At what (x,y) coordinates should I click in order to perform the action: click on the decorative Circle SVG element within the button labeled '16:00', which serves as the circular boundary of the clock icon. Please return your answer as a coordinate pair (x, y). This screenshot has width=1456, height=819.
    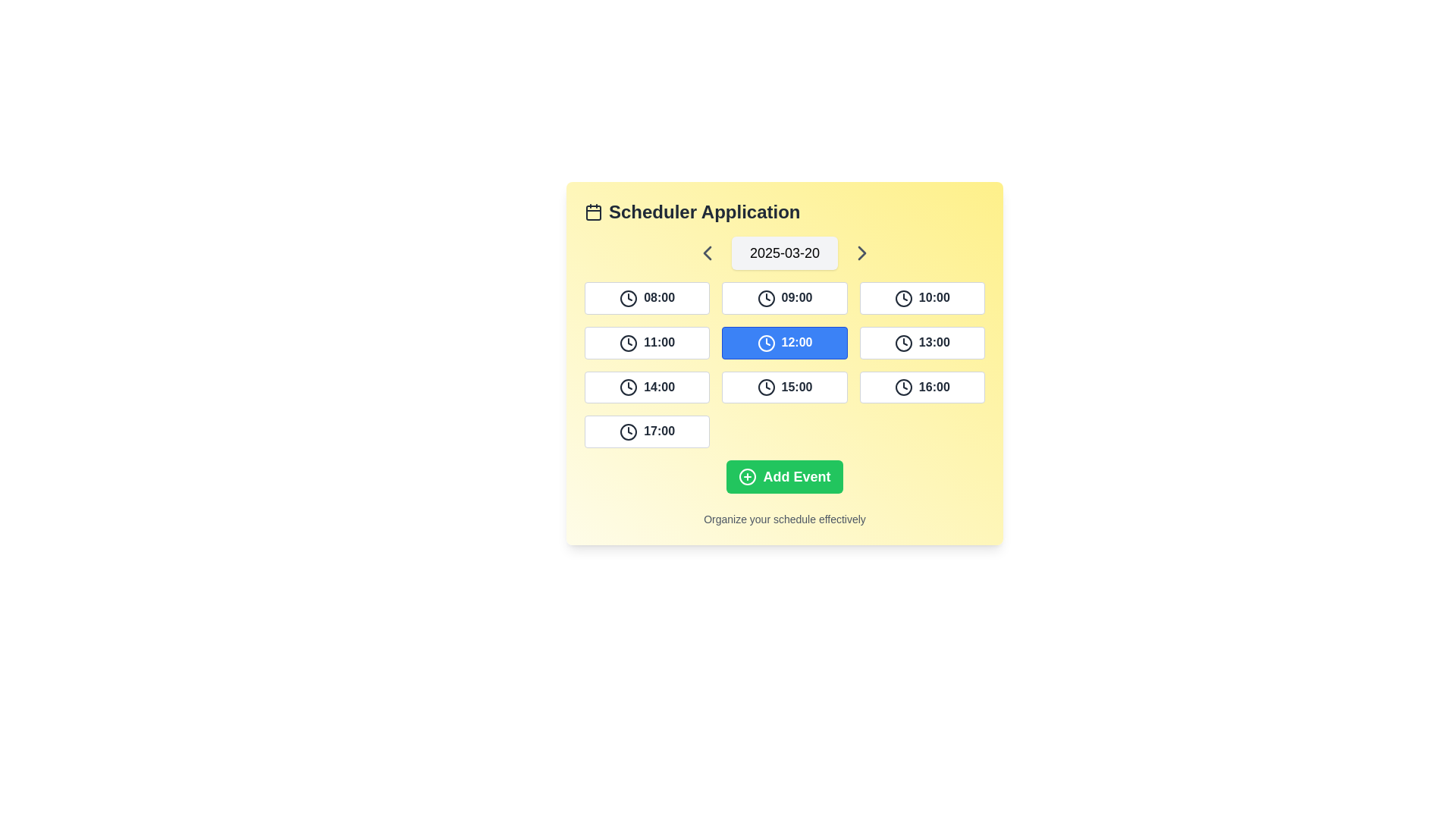
    Looking at the image, I should click on (903, 387).